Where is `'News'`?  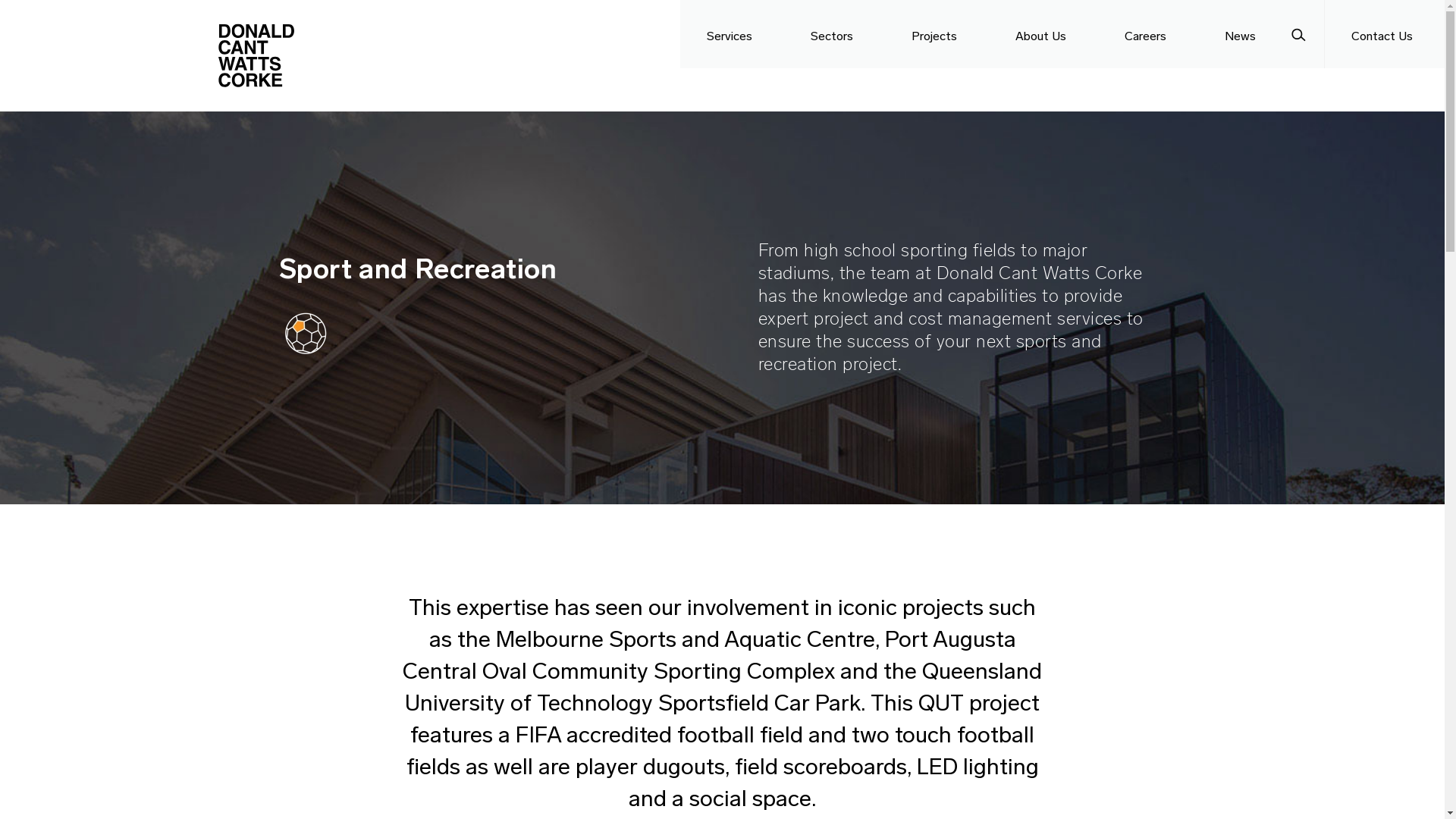 'News' is located at coordinates (1197, 34).